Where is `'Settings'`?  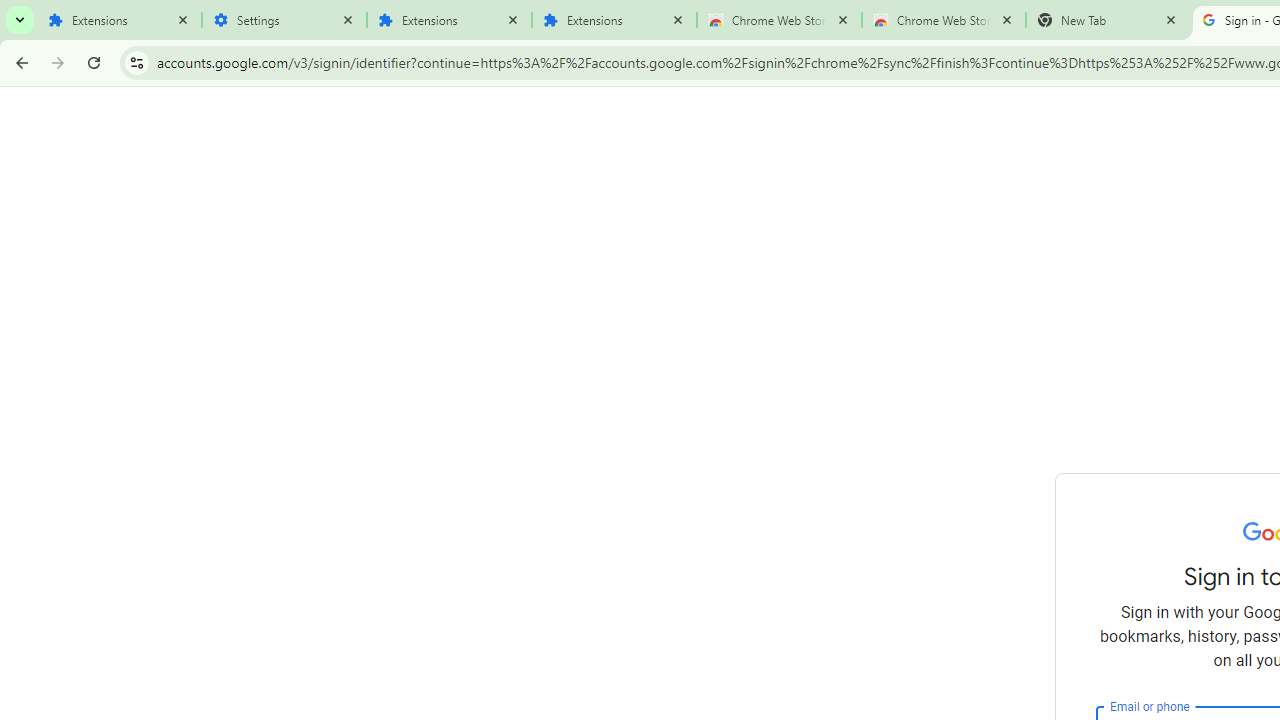
'Settings' is located at coordinates (283, 20).